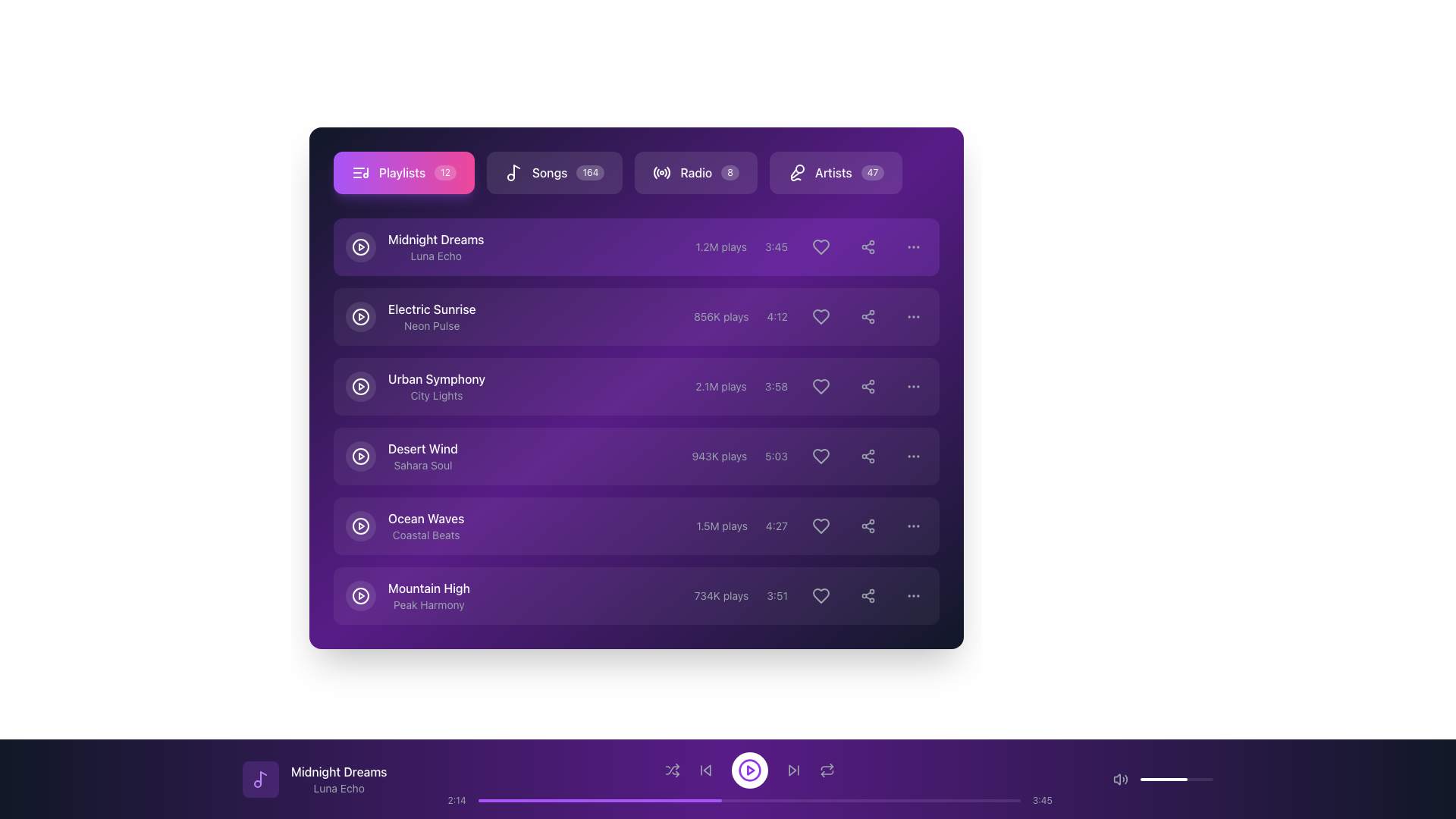 This screenshot has height=819, width=1456. What do you see at coordinates (401, 455) in the screenshot?
I see `the composite UI component that consists of a bold white text label 'Desert Wind' and a smaller gray text 'Sahara Soul', along with a circular button with a play icon` at bounding box center [401, 455].